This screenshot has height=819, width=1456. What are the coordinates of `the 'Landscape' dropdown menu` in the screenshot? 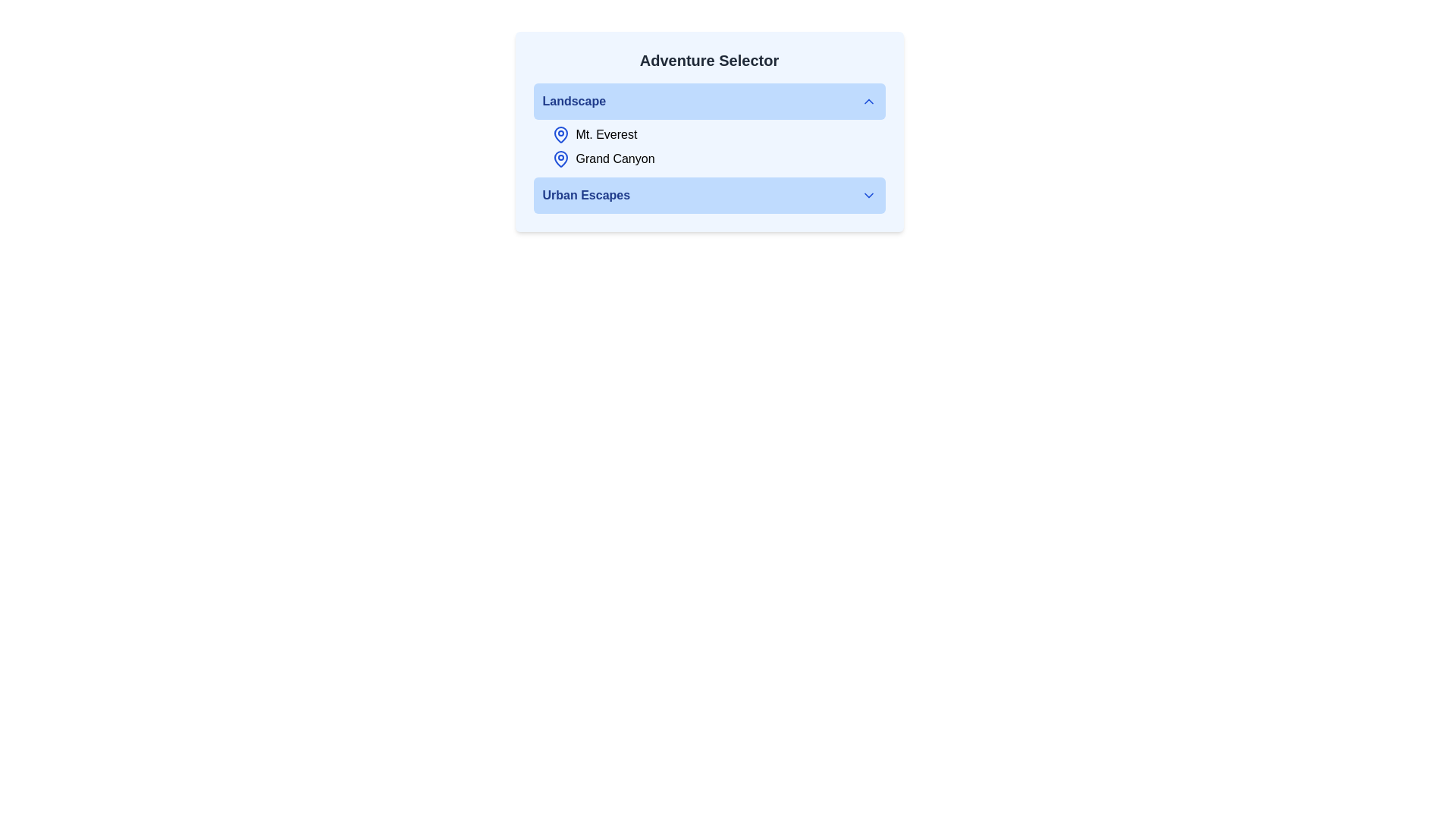 It's located at (708, 124).